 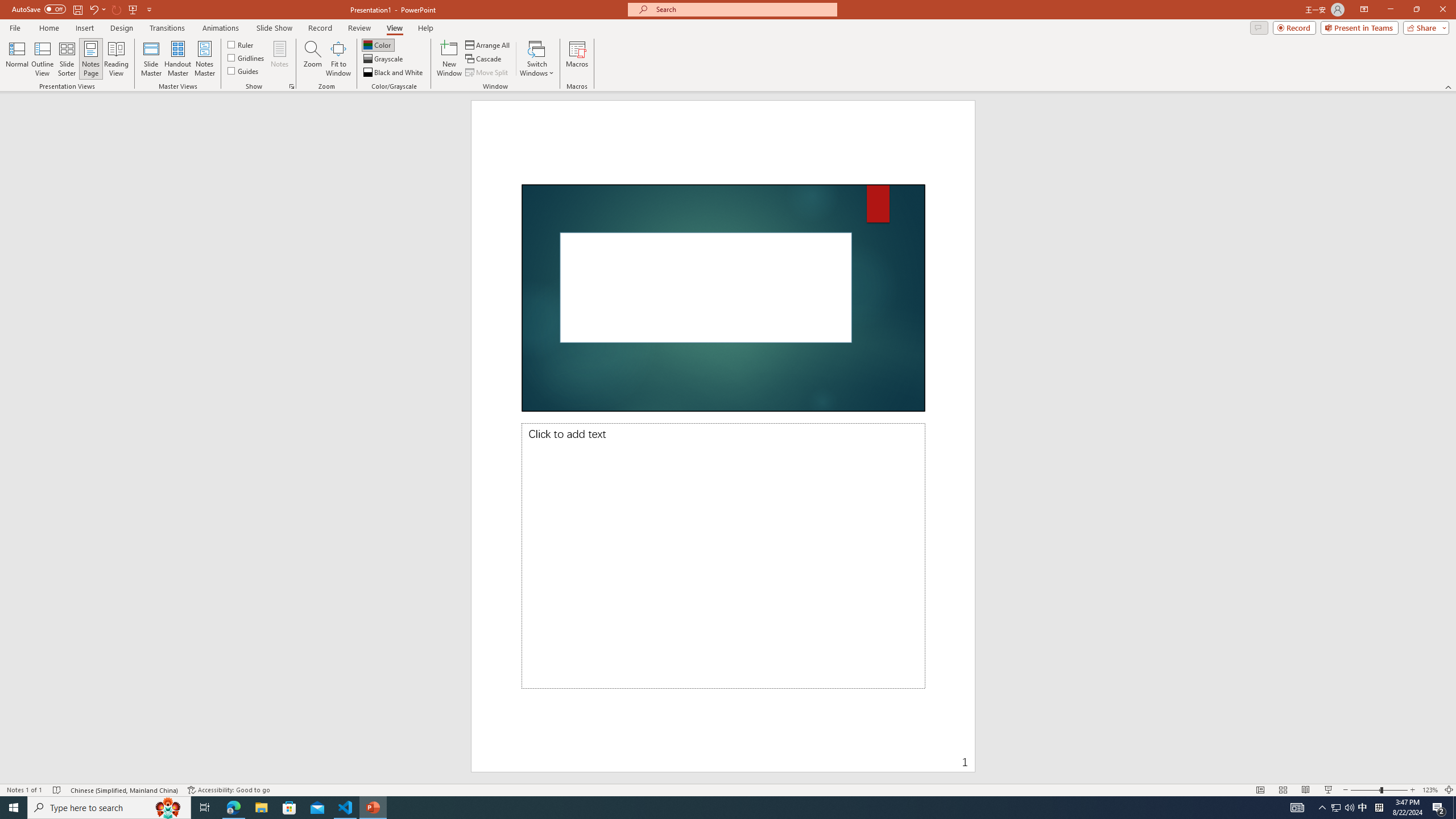 I want to click on 'Review', so click(x=359, y=28).